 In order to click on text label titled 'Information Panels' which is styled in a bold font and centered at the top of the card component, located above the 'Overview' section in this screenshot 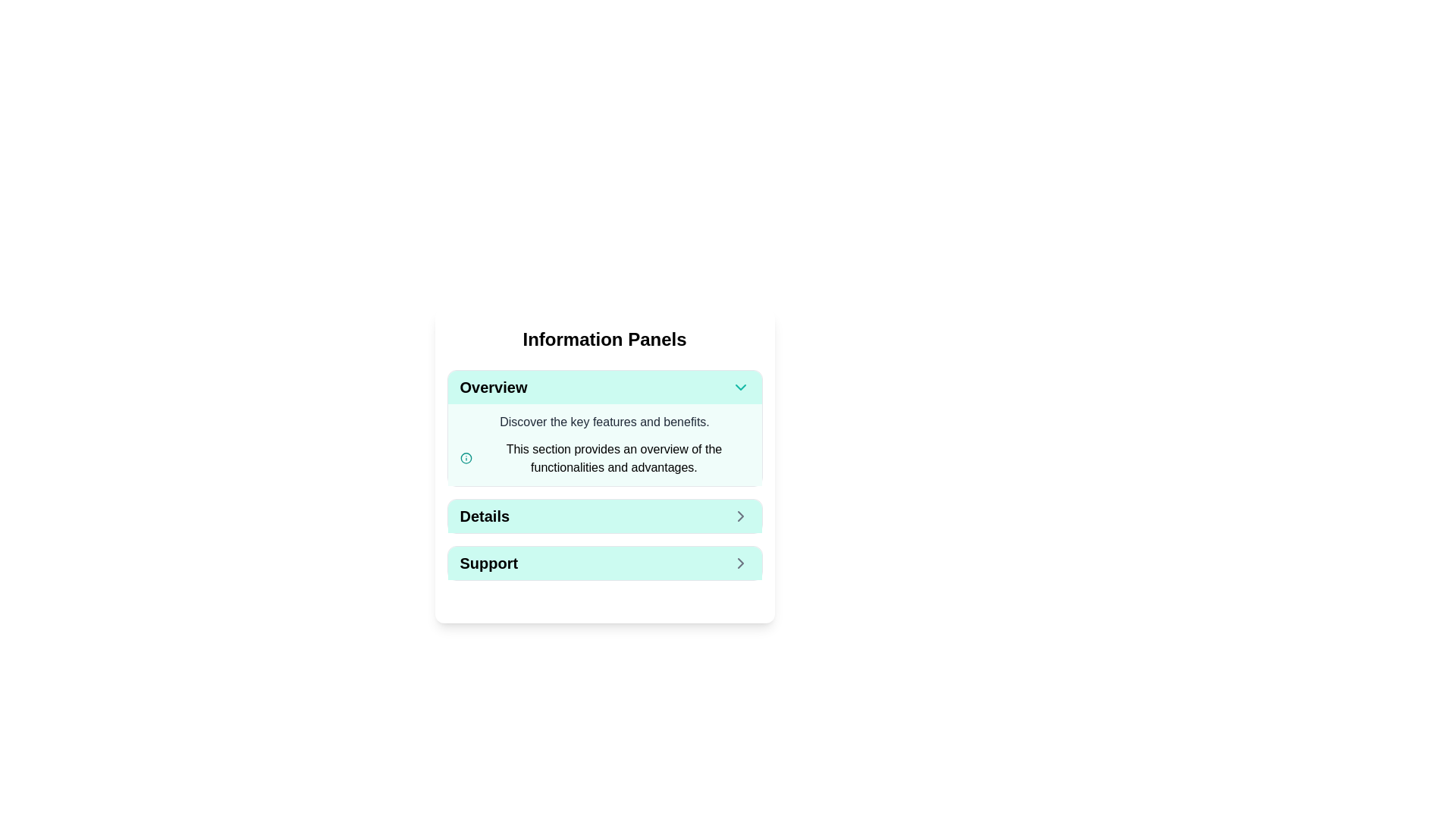, I will do `click(604, 338)`.